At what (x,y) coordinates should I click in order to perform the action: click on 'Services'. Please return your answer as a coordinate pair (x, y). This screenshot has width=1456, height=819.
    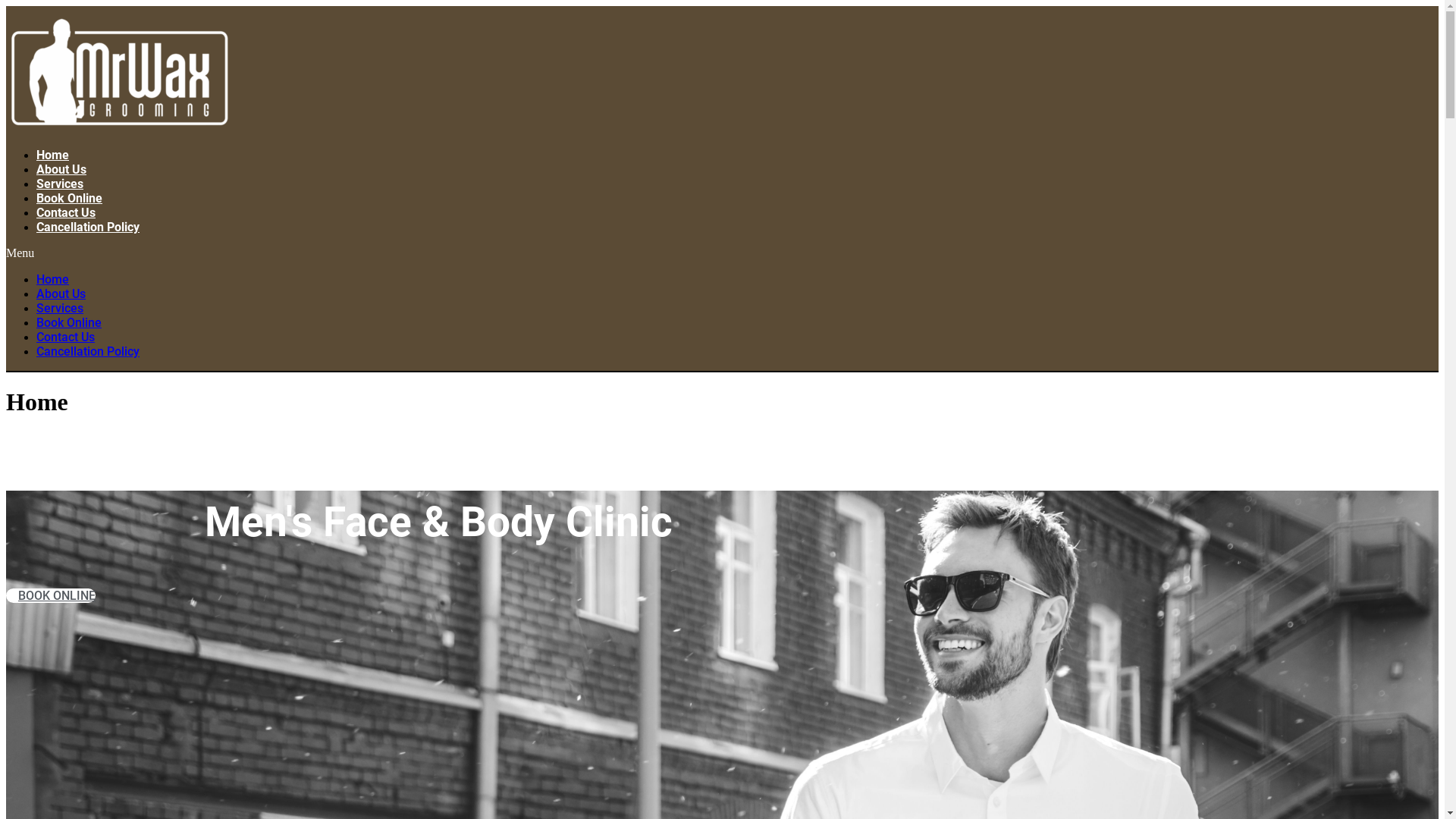
    Looking at the image, I should click on (59, 183).